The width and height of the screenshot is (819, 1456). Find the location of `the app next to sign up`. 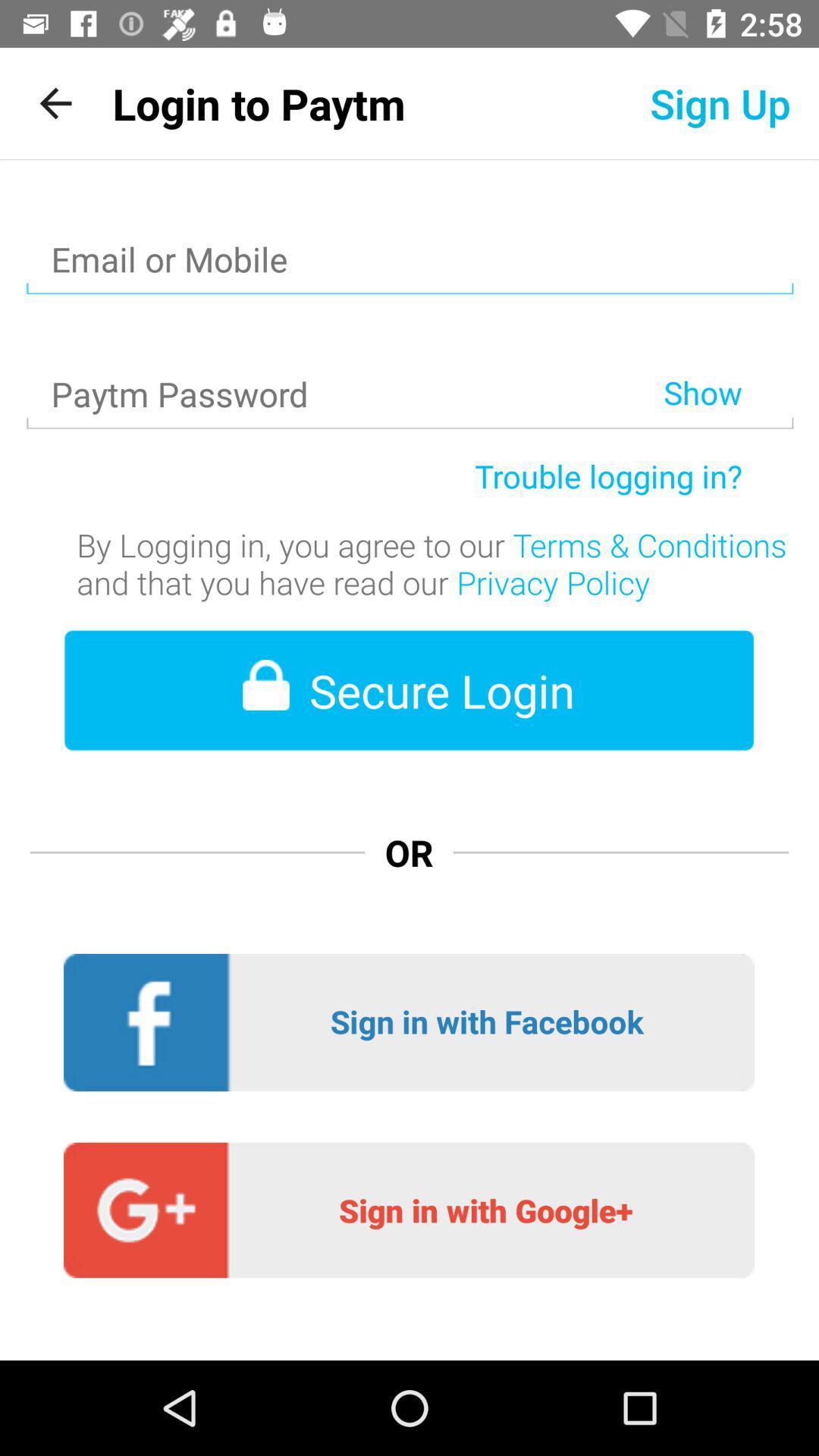

the app next to sign up is located at coordinates (258, 102).